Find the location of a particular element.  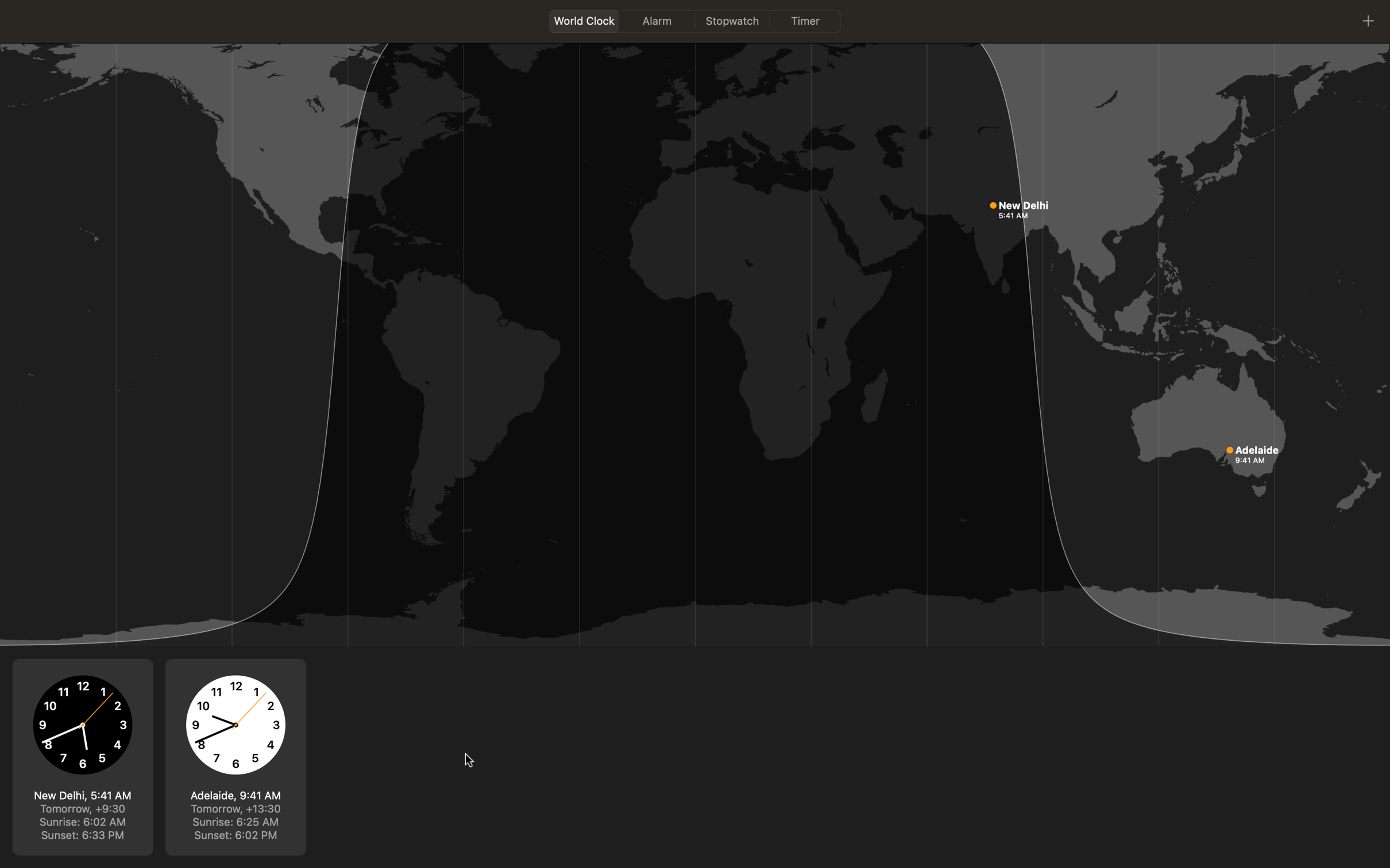

Switch to set alarm is located at coordinates (656, 20).